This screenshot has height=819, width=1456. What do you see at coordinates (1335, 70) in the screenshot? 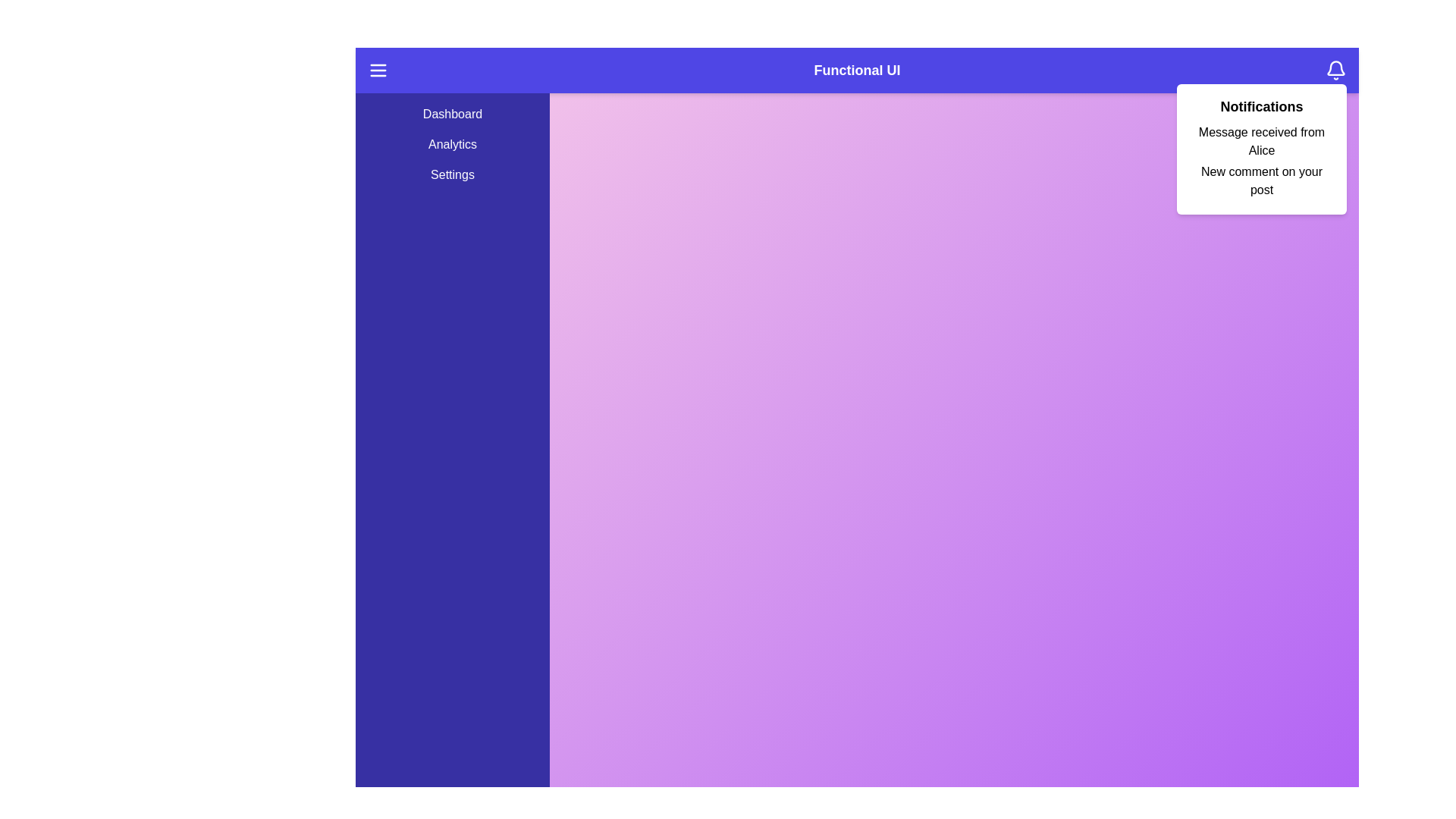
I see `the bell icon to toggle the notifications panel` at bounding box center [1335, 70].